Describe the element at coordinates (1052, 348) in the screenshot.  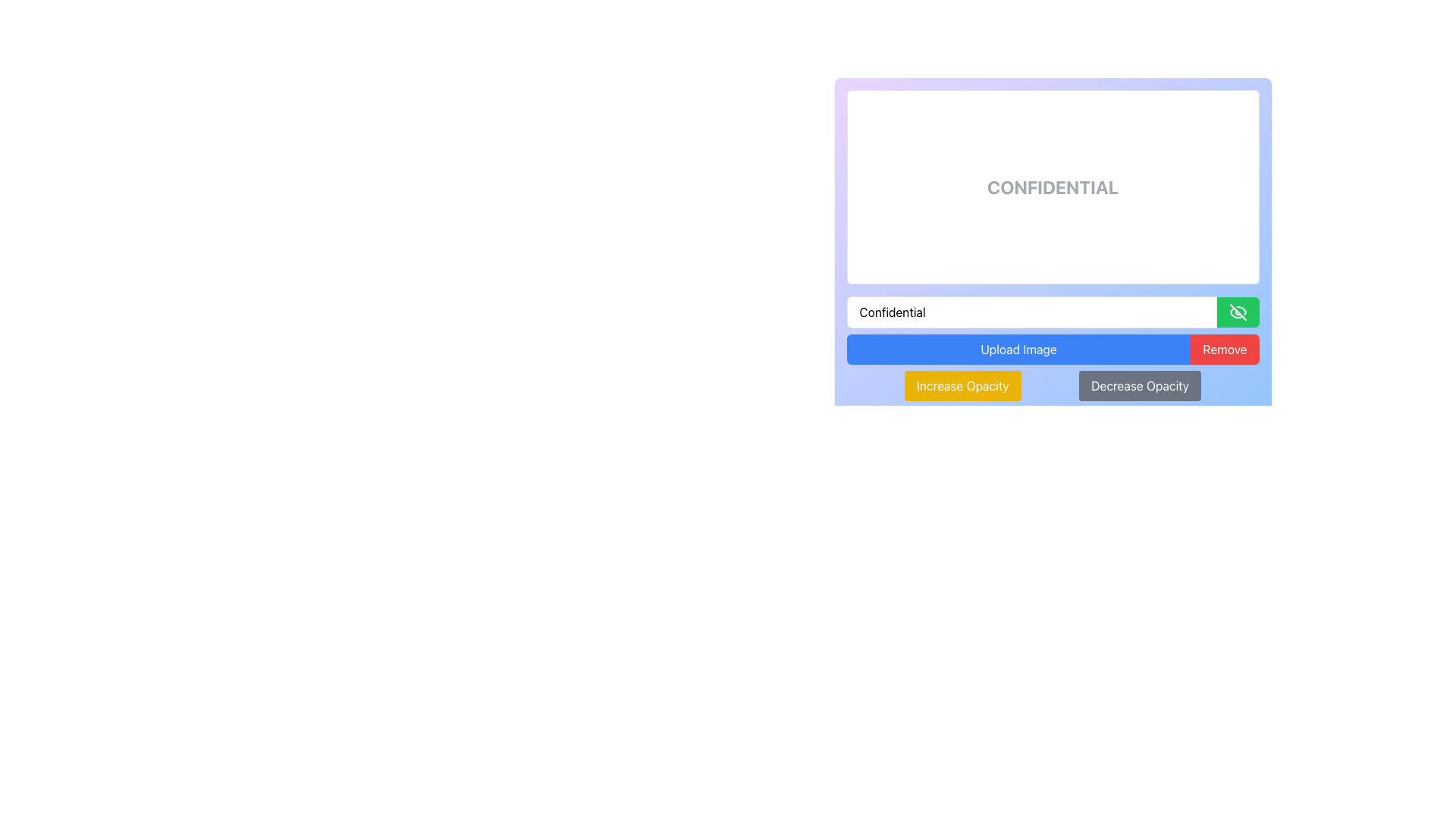
I see `the 'Upload Image' button in the Composite UI block that contains interactive buttons and a text input field, located beneath the 'Confidential' section` at that location.